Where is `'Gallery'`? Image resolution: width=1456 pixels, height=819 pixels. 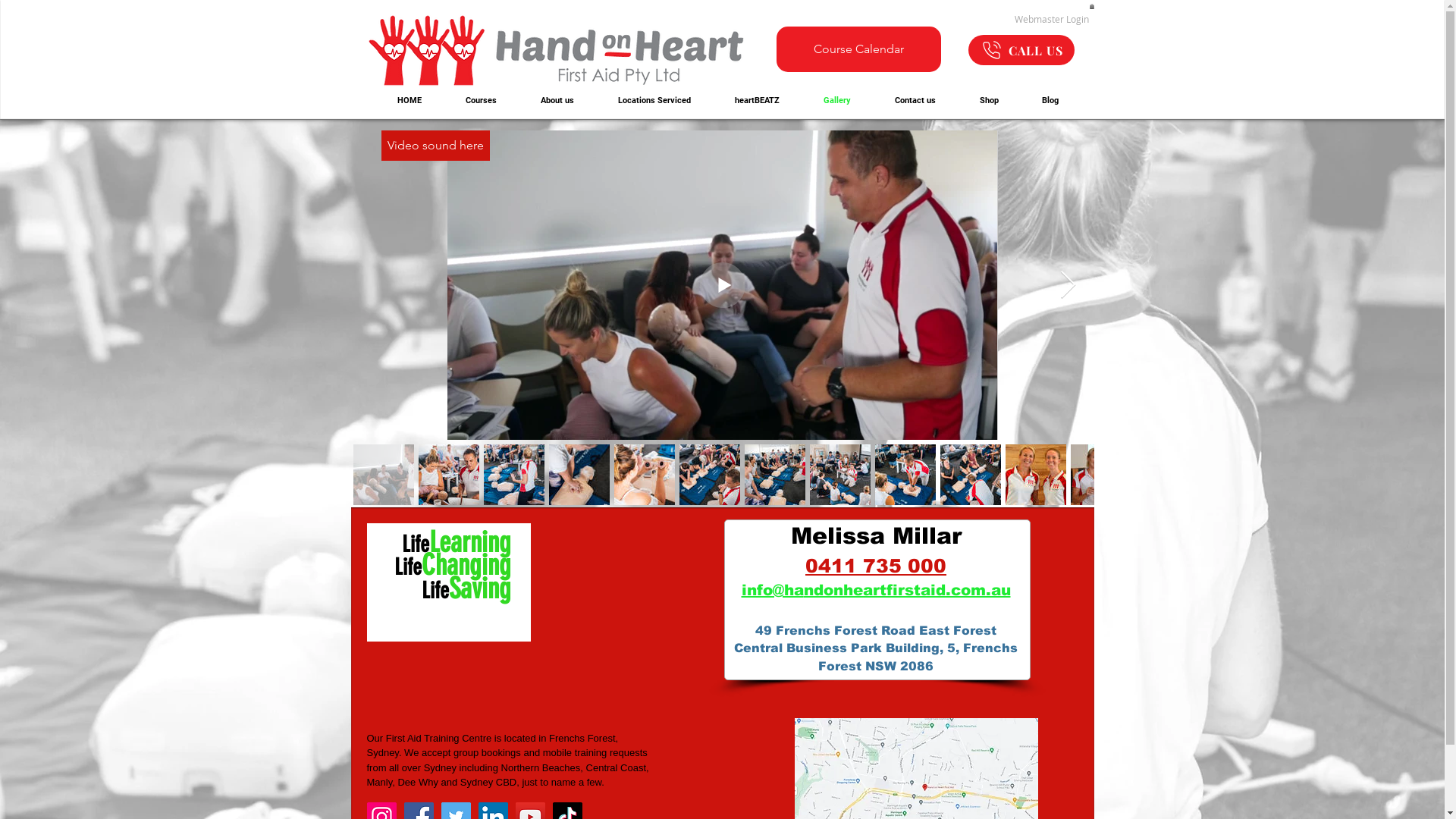 'Gallery' is located at coordinates (836, 100).